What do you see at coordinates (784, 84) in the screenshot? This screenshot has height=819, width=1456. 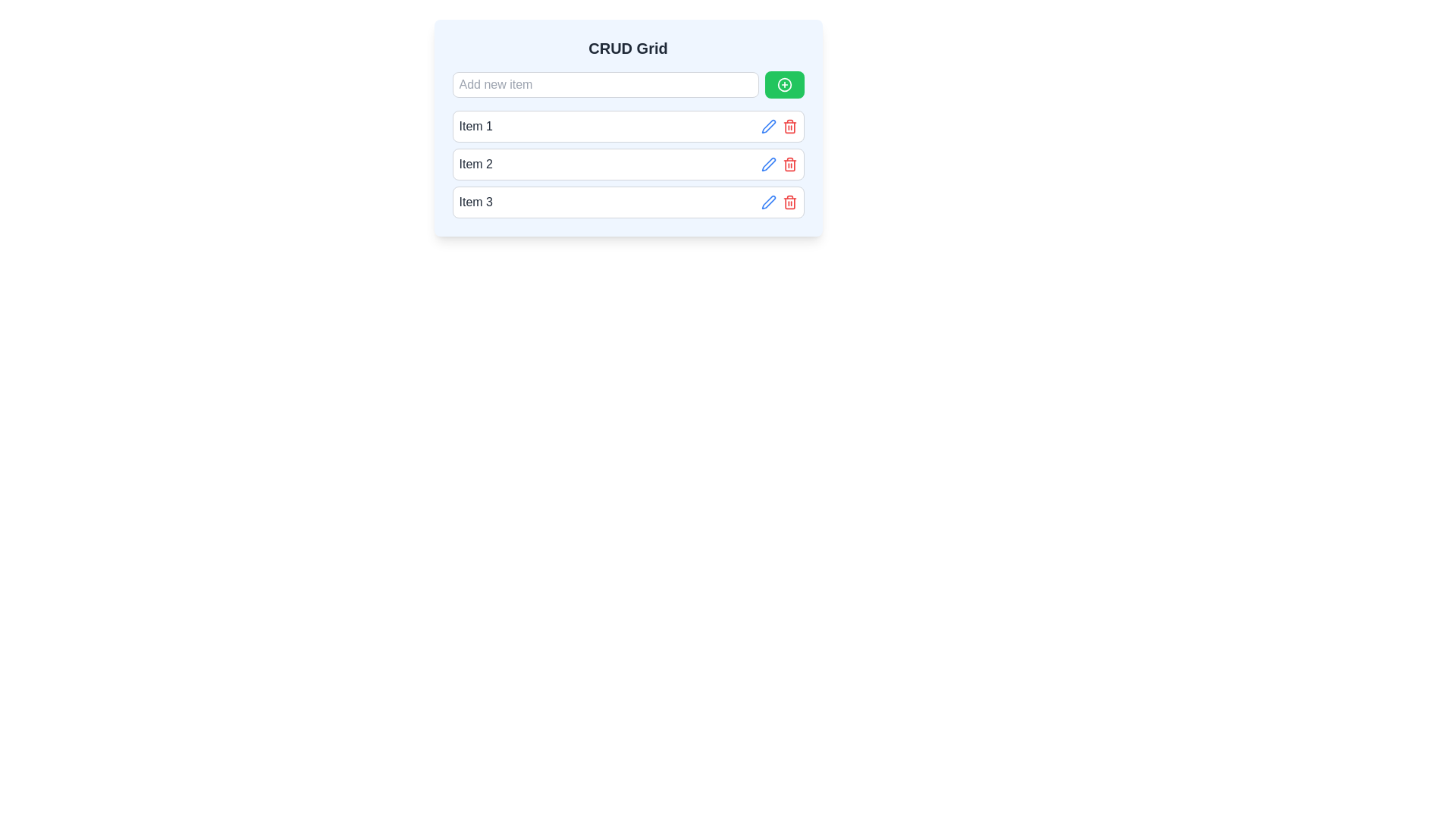 I see `the SVG circle graphic that forms the circular boundary of the icon, located near the top-right corner of the 'CRUD Grid' interface, adjacent to a search bar` at bounding box center [784, 84].